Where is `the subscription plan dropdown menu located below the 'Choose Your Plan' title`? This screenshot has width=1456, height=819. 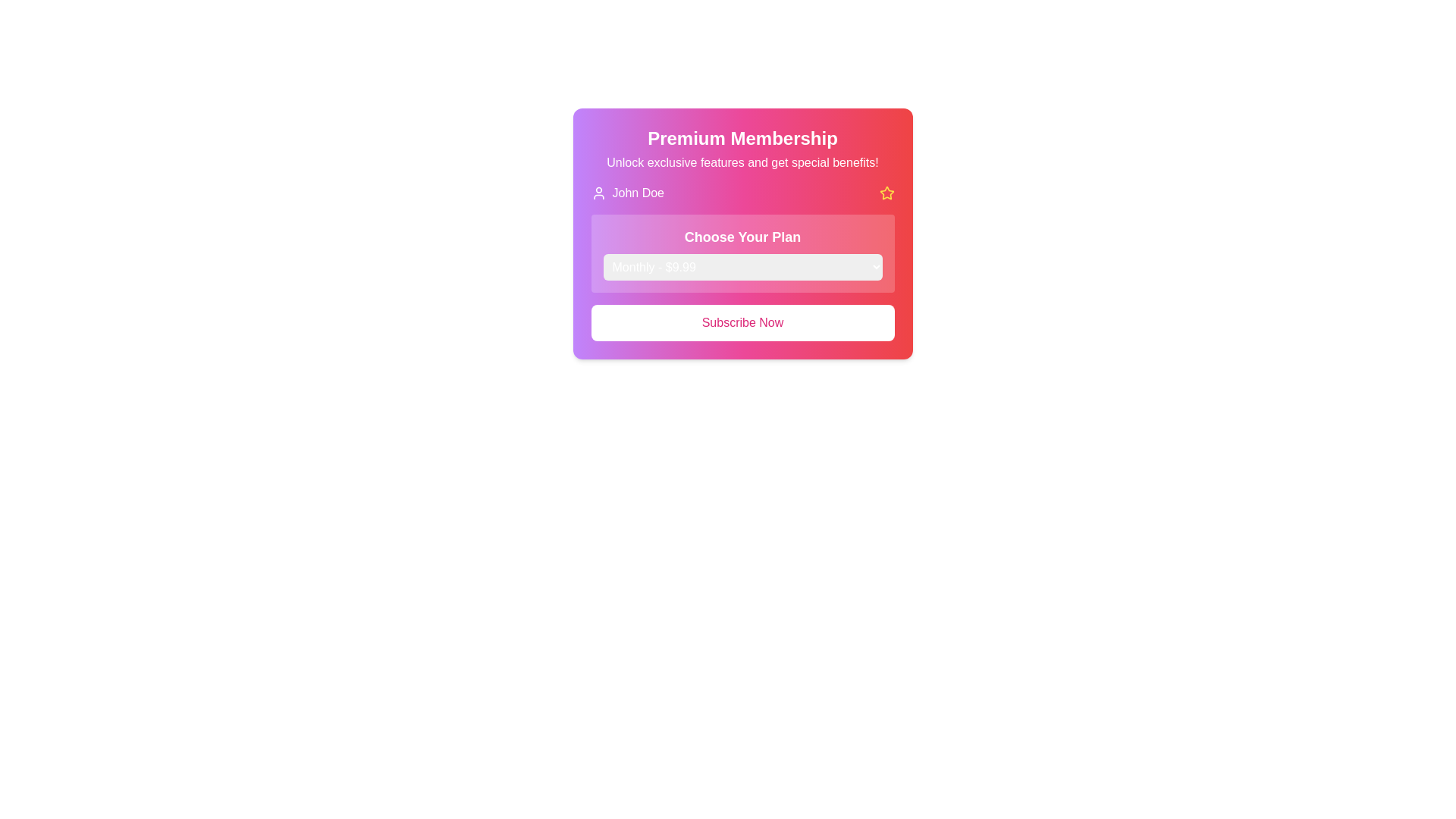 the subscription plan dropdown menu located below the 'Choose Your Plan' title is located at coordinates (742, 266).